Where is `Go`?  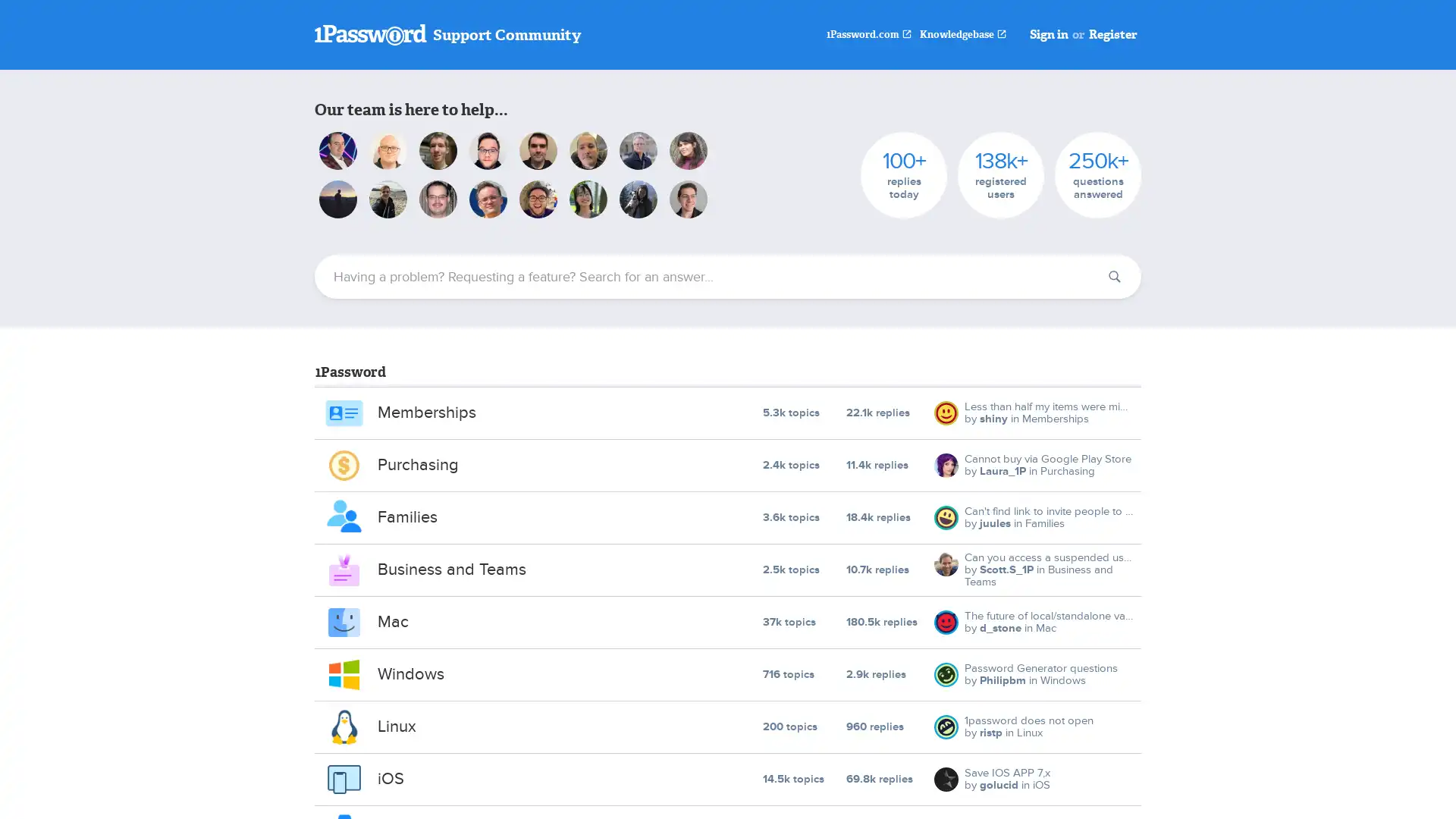 Go is located at coordinates (1114, 277).